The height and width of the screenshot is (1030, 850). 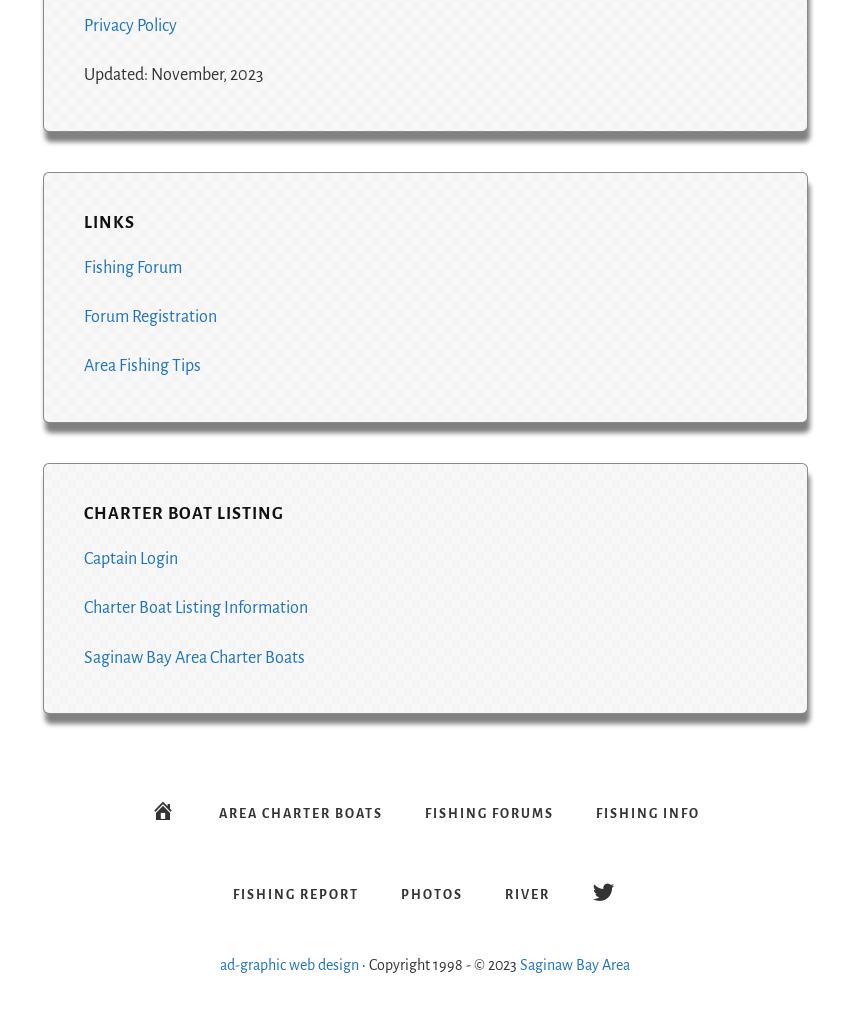 What do you see at coordinates (299, 811) in the screenshot?
I see `'Area Charter Boats'` at bounding box center [299, 811].